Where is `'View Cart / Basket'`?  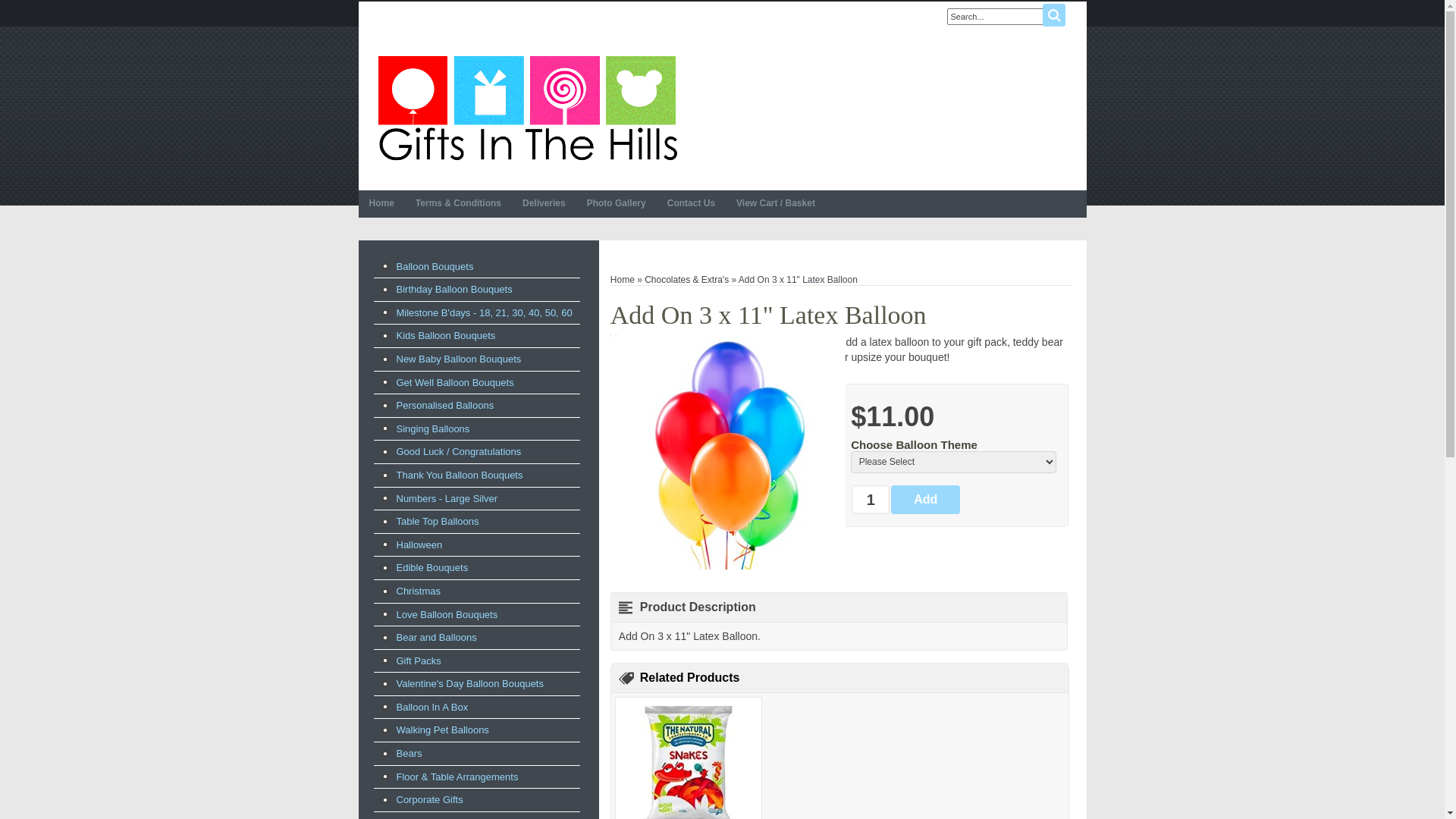 'View Cart / Basket' is located at coordinates (775, 203).